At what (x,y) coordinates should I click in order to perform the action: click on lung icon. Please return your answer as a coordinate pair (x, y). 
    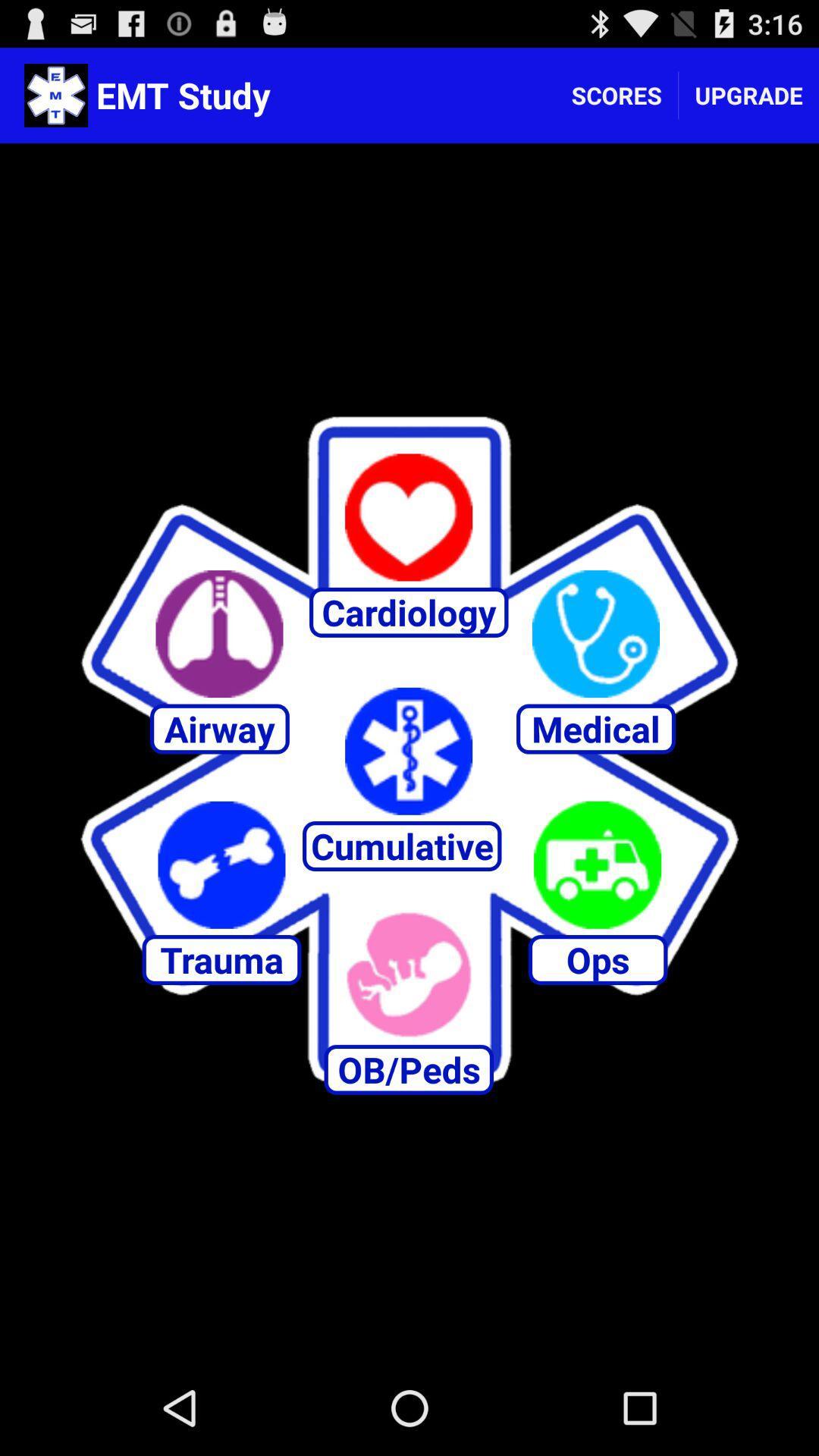
    Looking at the image, I should click on (219, 634).